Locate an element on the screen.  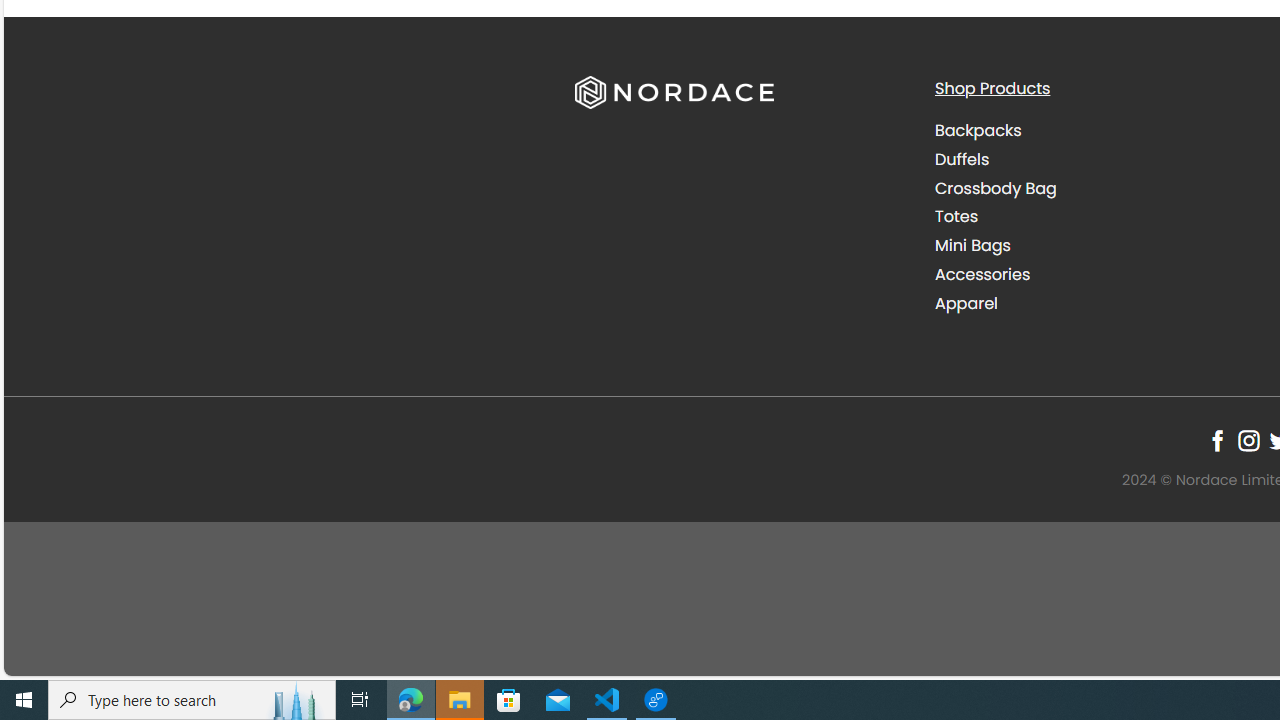
'Duffels' is located at coordinates (1098, 158).